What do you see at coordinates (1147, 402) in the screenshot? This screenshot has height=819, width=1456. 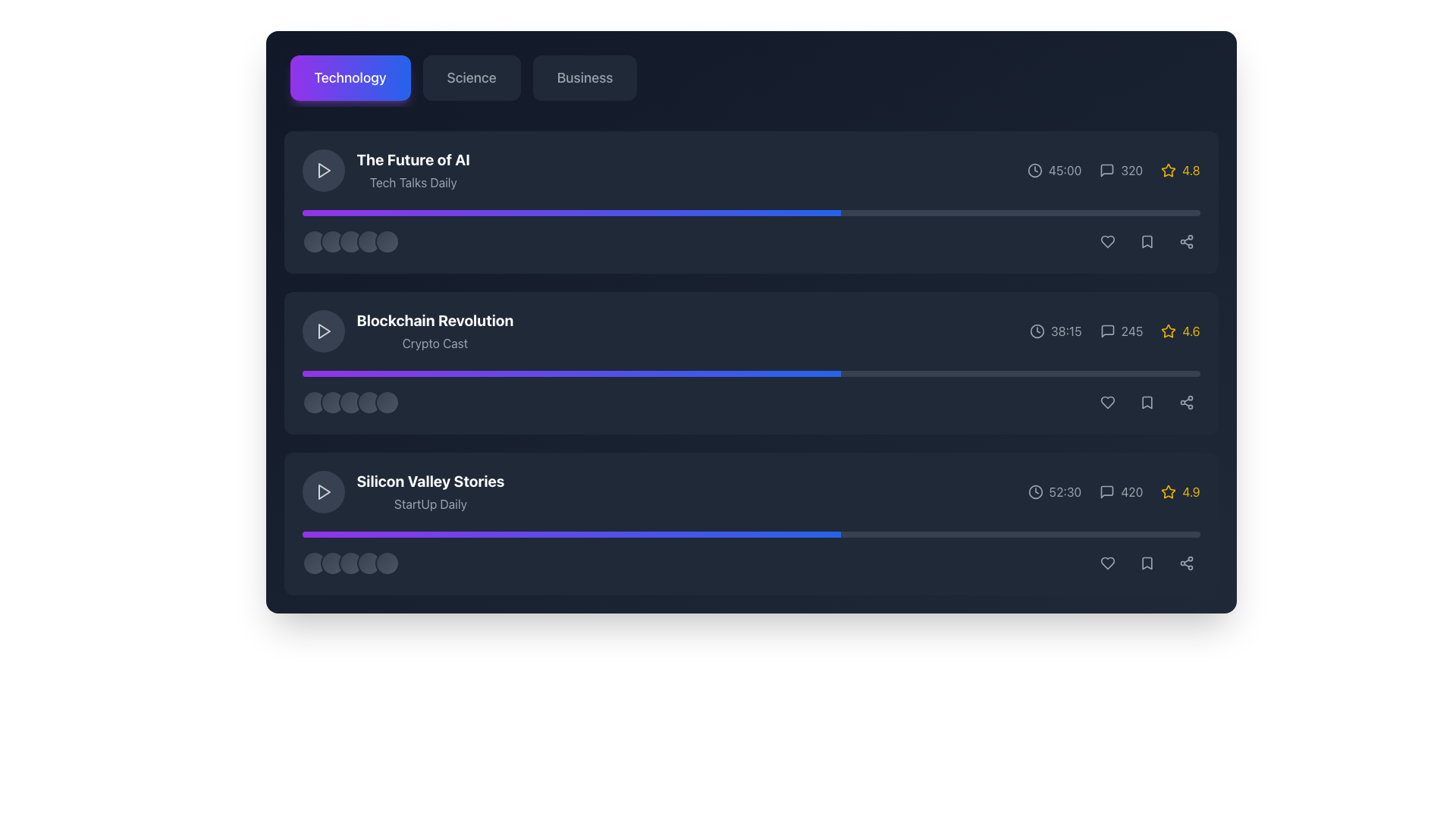 I see `the bookmark button located in the middle group of action icons on the right side of the 'Blockchain Revolution' podcast card, which is positioned between the heart-shaped icon and the share icon` at bounding box center [1147, 402].